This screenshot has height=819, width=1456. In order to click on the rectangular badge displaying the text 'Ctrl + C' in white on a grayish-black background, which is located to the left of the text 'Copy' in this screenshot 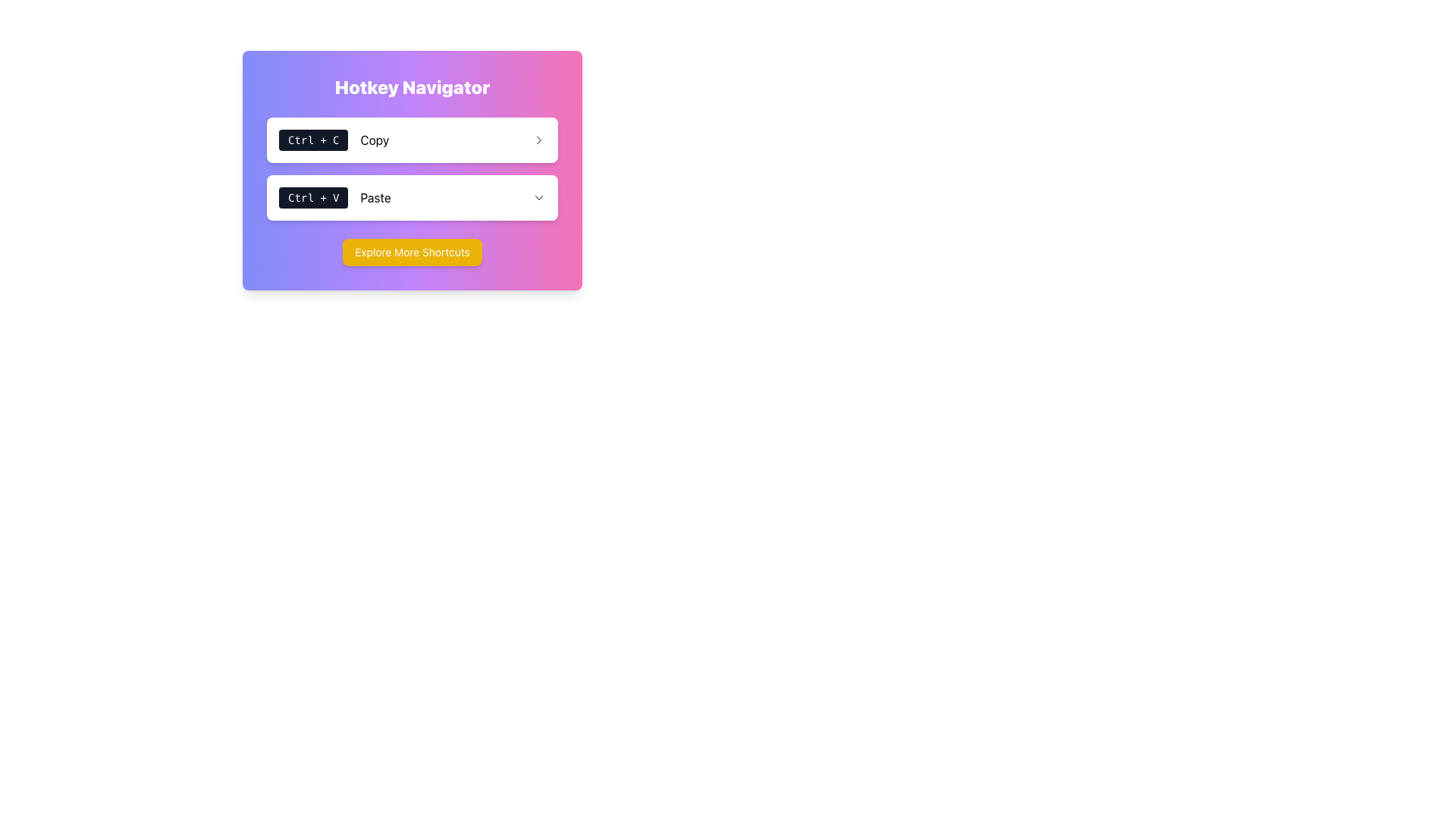, I will do `click(312, 140)`.